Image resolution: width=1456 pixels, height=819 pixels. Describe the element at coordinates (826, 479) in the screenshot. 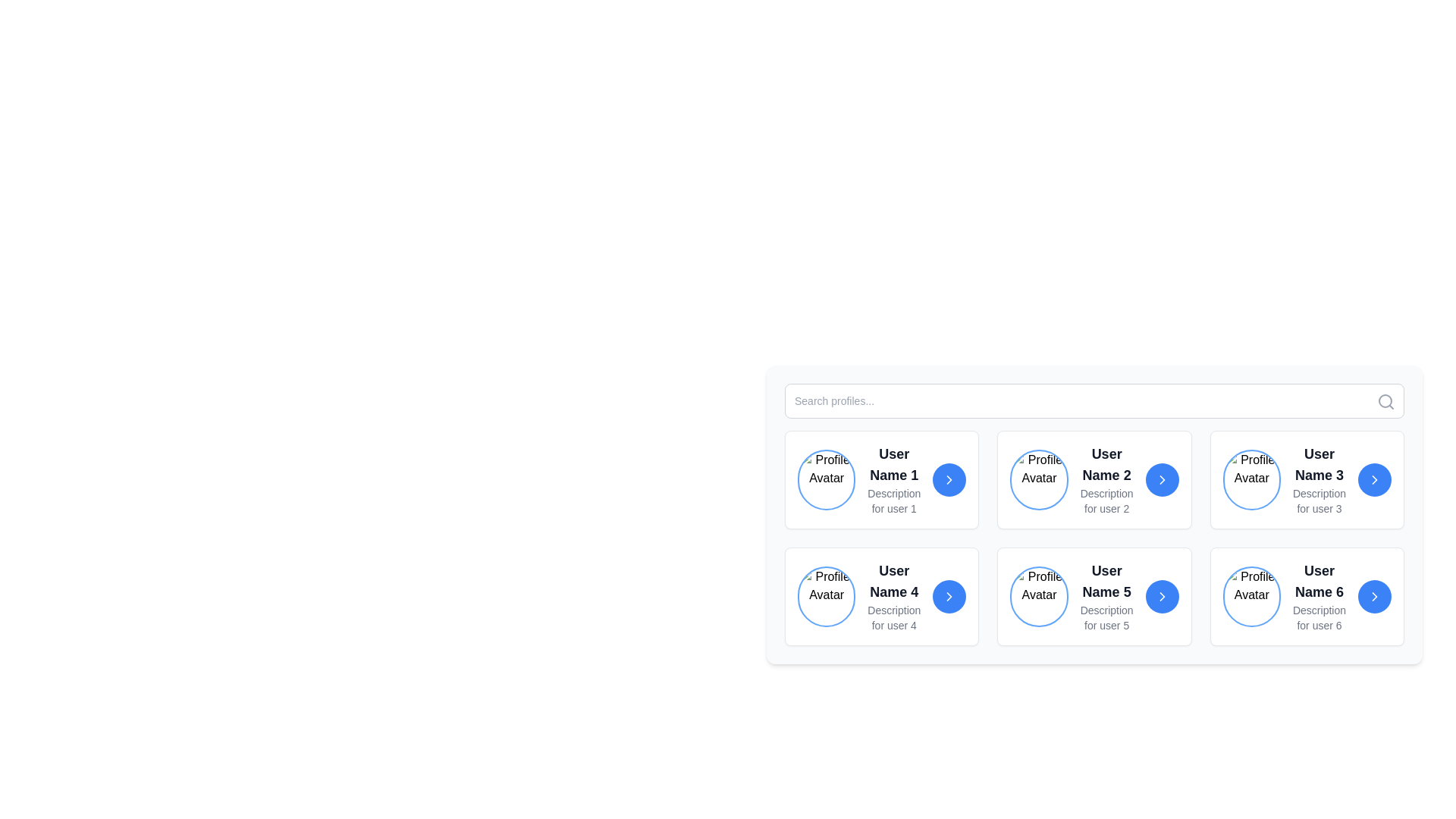

I see `the circular profile picture placeholder with a blue border labeled 'Profile Avatar' to trigger the tooltip` at that location.